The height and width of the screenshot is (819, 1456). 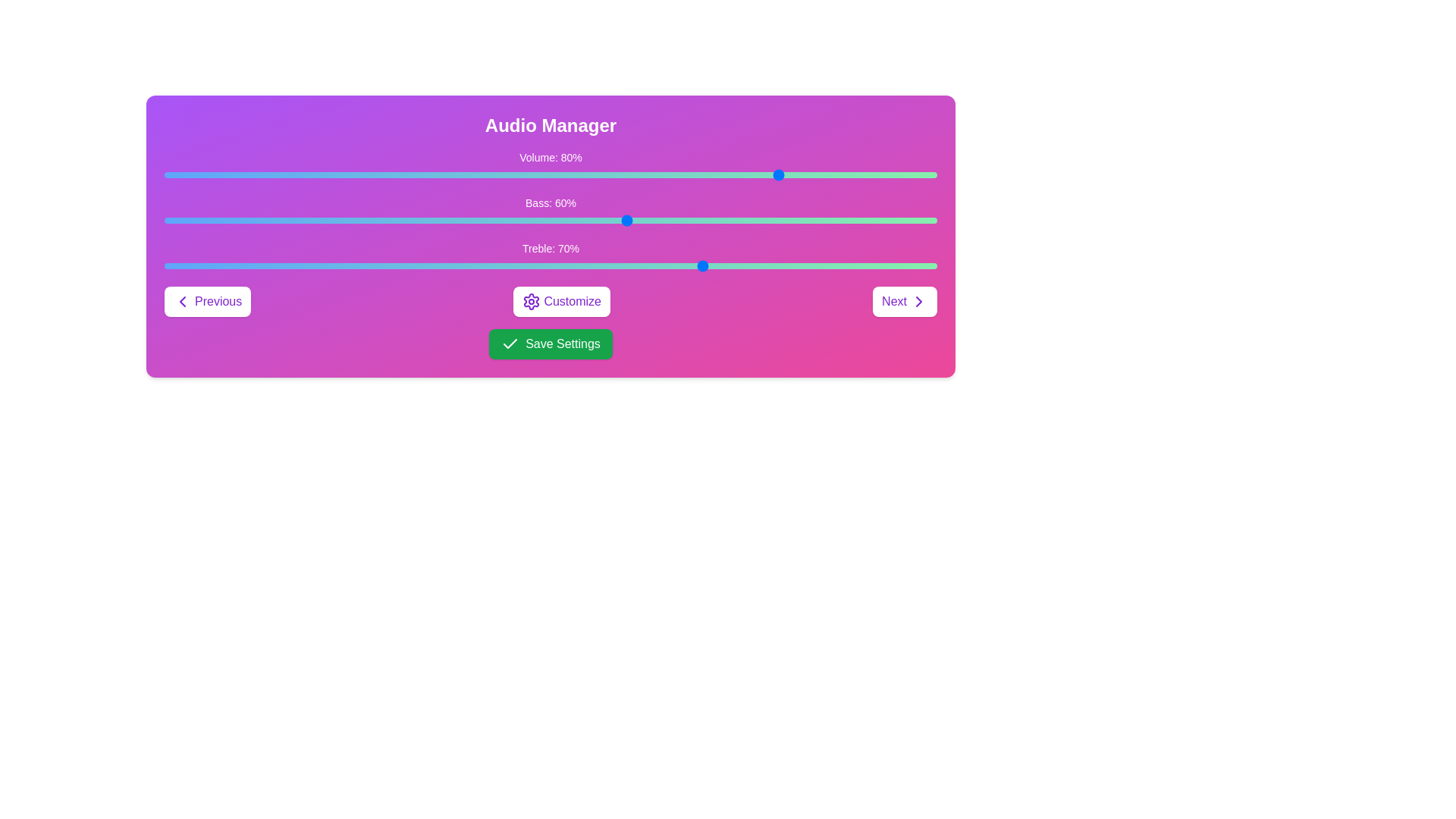 I want to click on bass level, so click(x=497, y=220).